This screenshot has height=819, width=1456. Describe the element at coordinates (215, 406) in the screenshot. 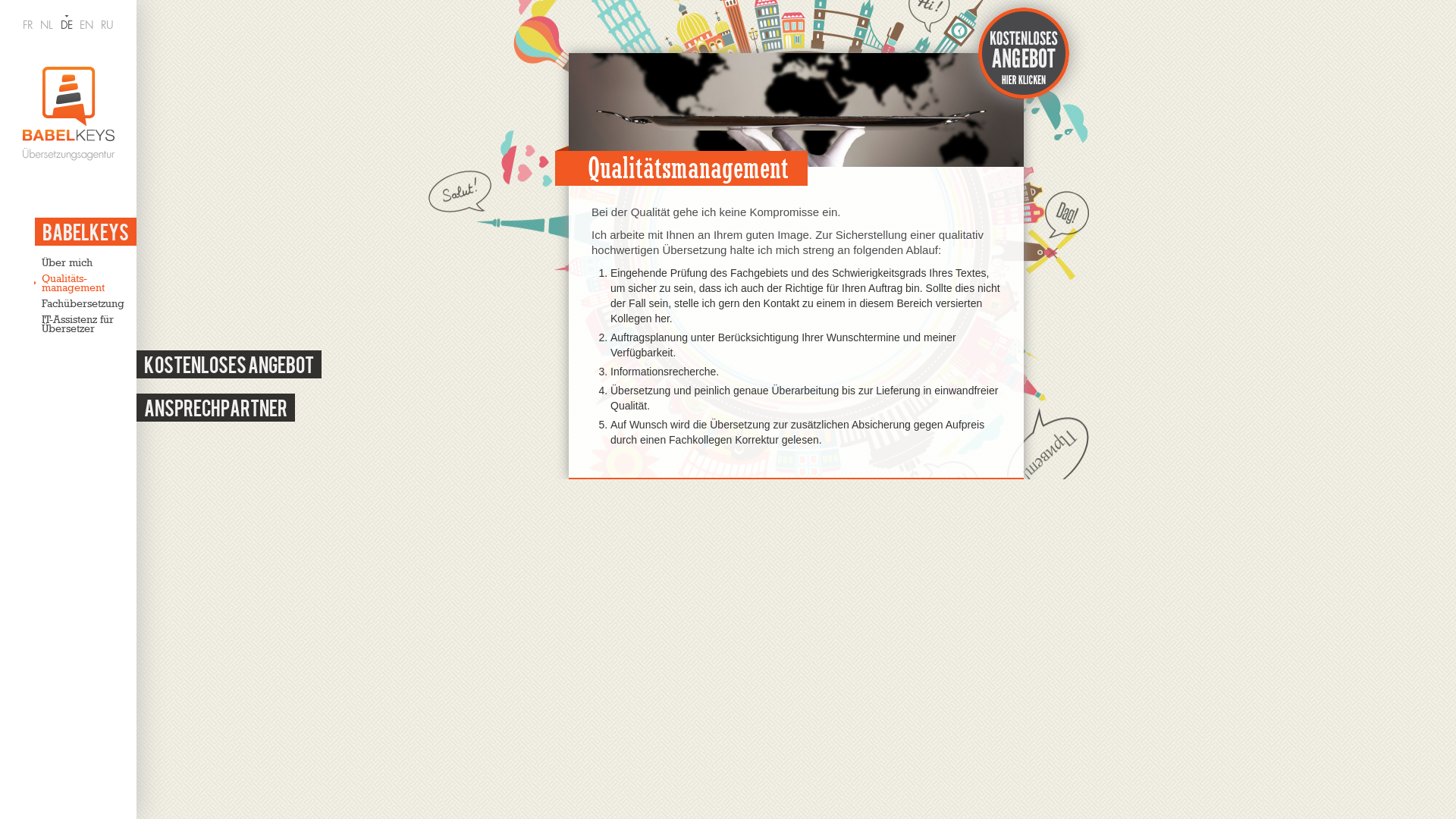

I see `'Ansprechpartner'` at that location.